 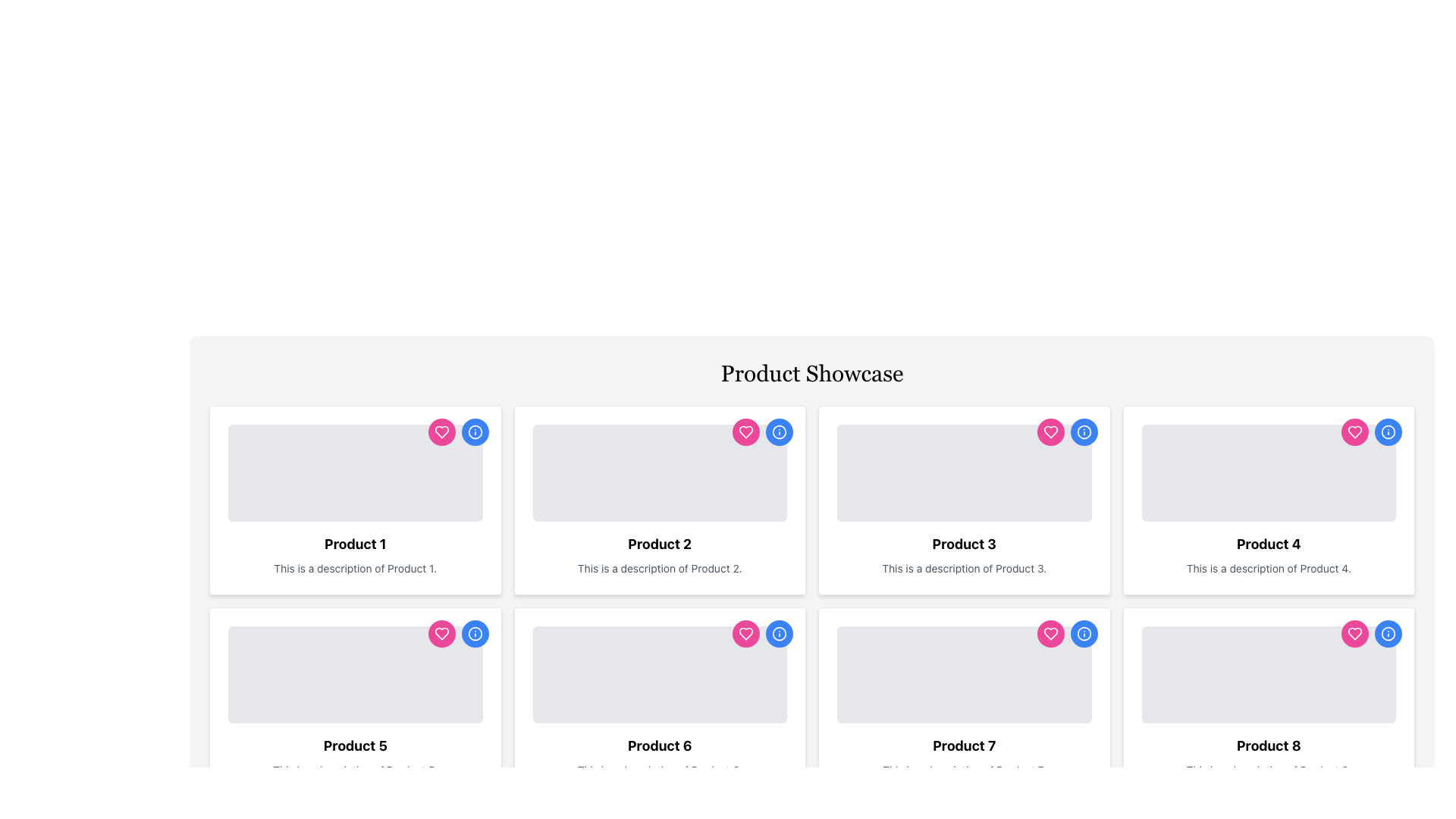 I want to click on the information button located at the top-right corner of the 'Product 2' card, so click(x=779, y=432).